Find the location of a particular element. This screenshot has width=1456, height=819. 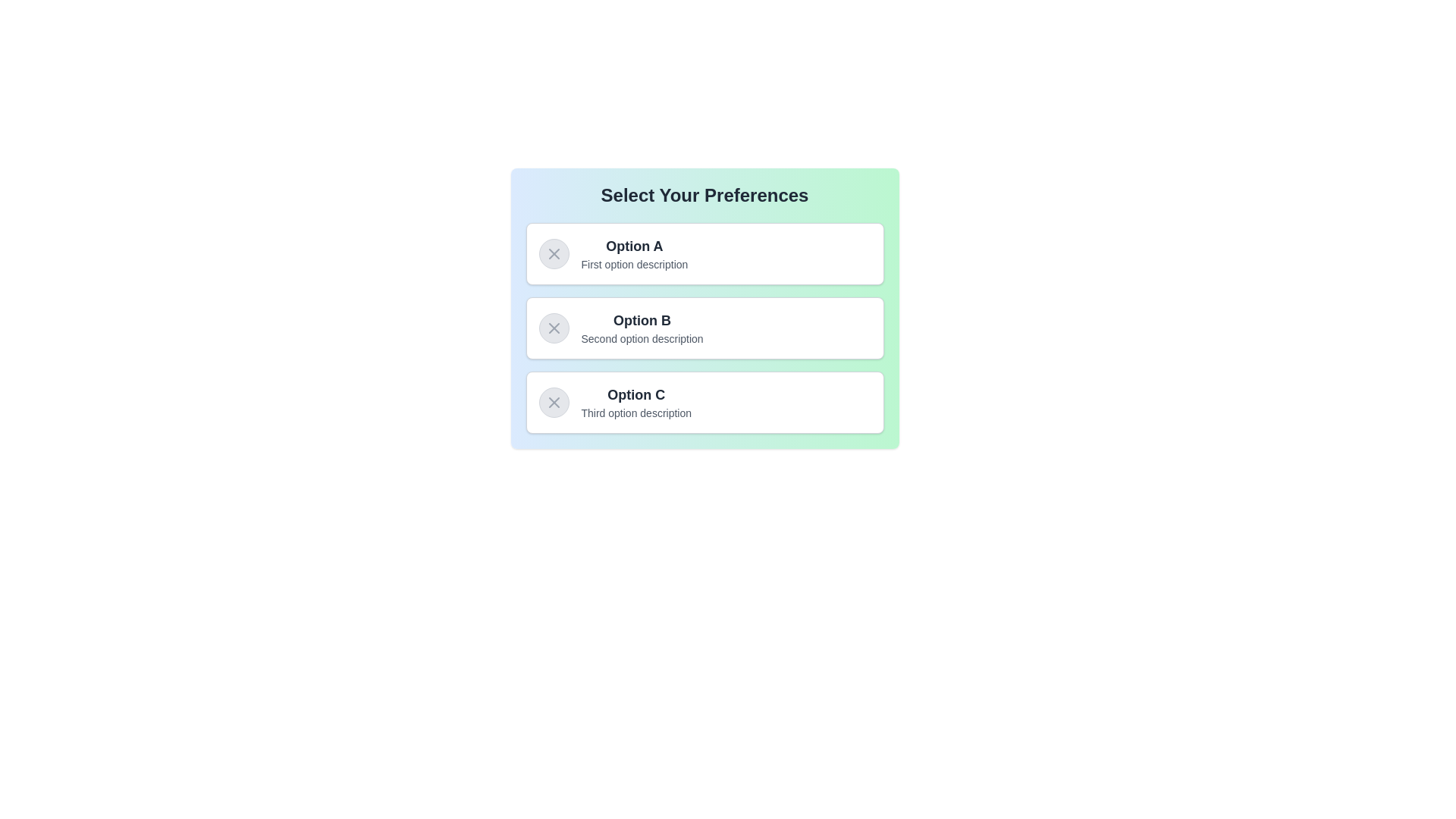

the text display element containing the title 'Option B' and the description 'Second option description', which is the second card in a vertical list of three options is located at coordinates (642, 327).